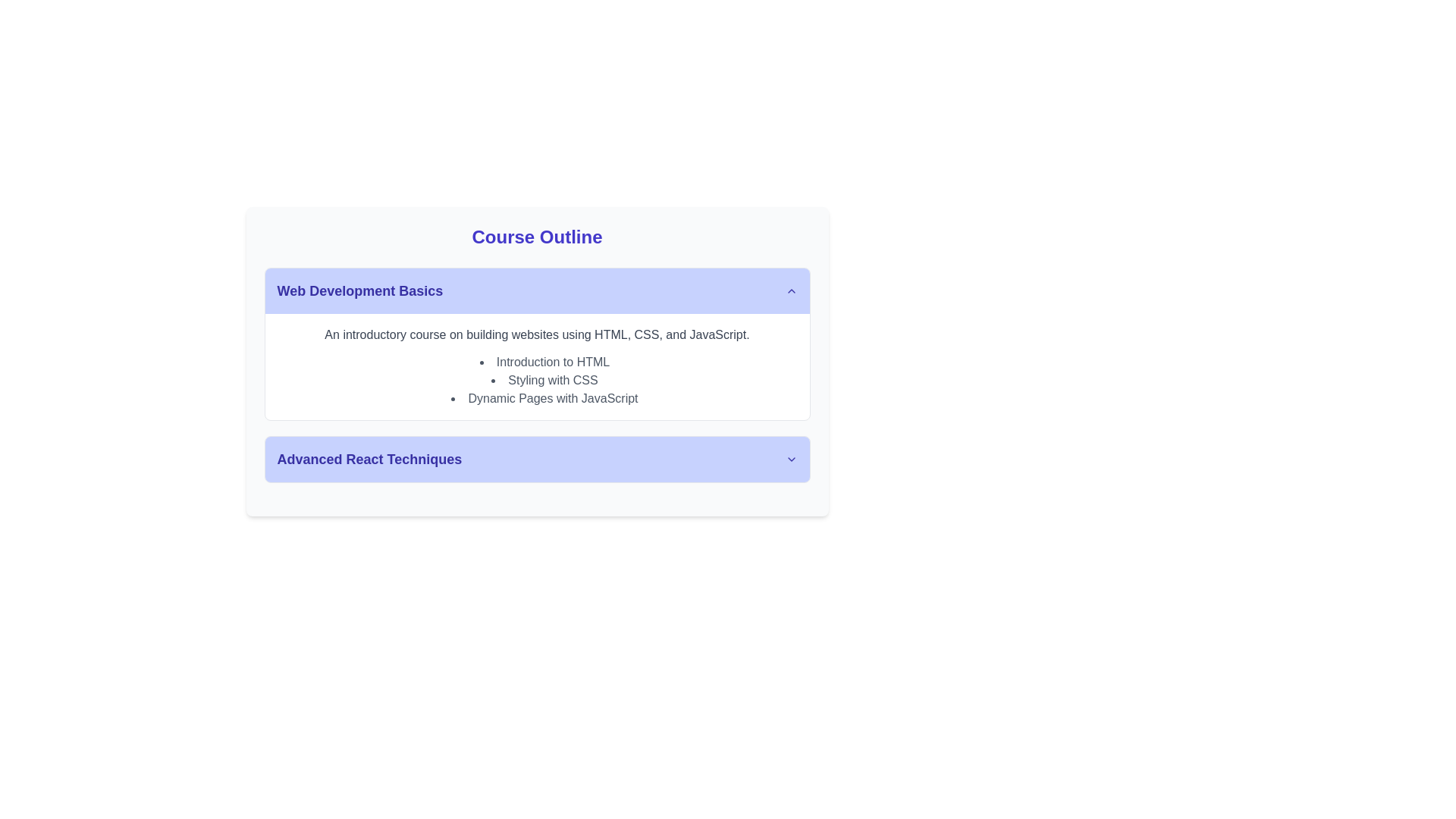  Describe the element at coordinates (544, 397) in the screenshot. I see `text of the list item that states 'Dynamic Pages with JavaScript.' It is the third item in the bulleted list under the header 'Web Development Basics.'` at that location.